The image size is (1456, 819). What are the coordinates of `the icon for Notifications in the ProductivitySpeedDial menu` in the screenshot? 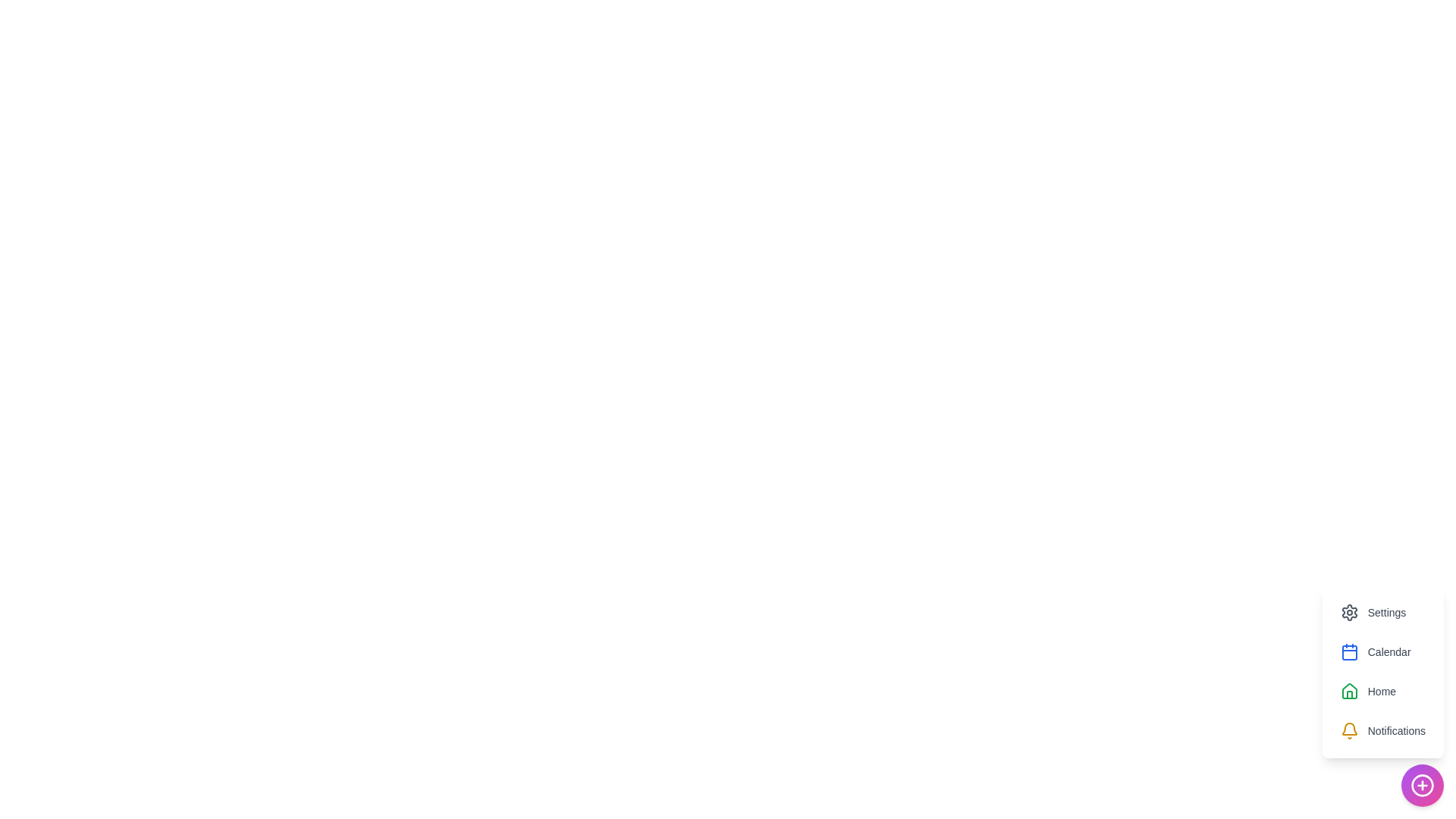 It's located at (1349, 730).